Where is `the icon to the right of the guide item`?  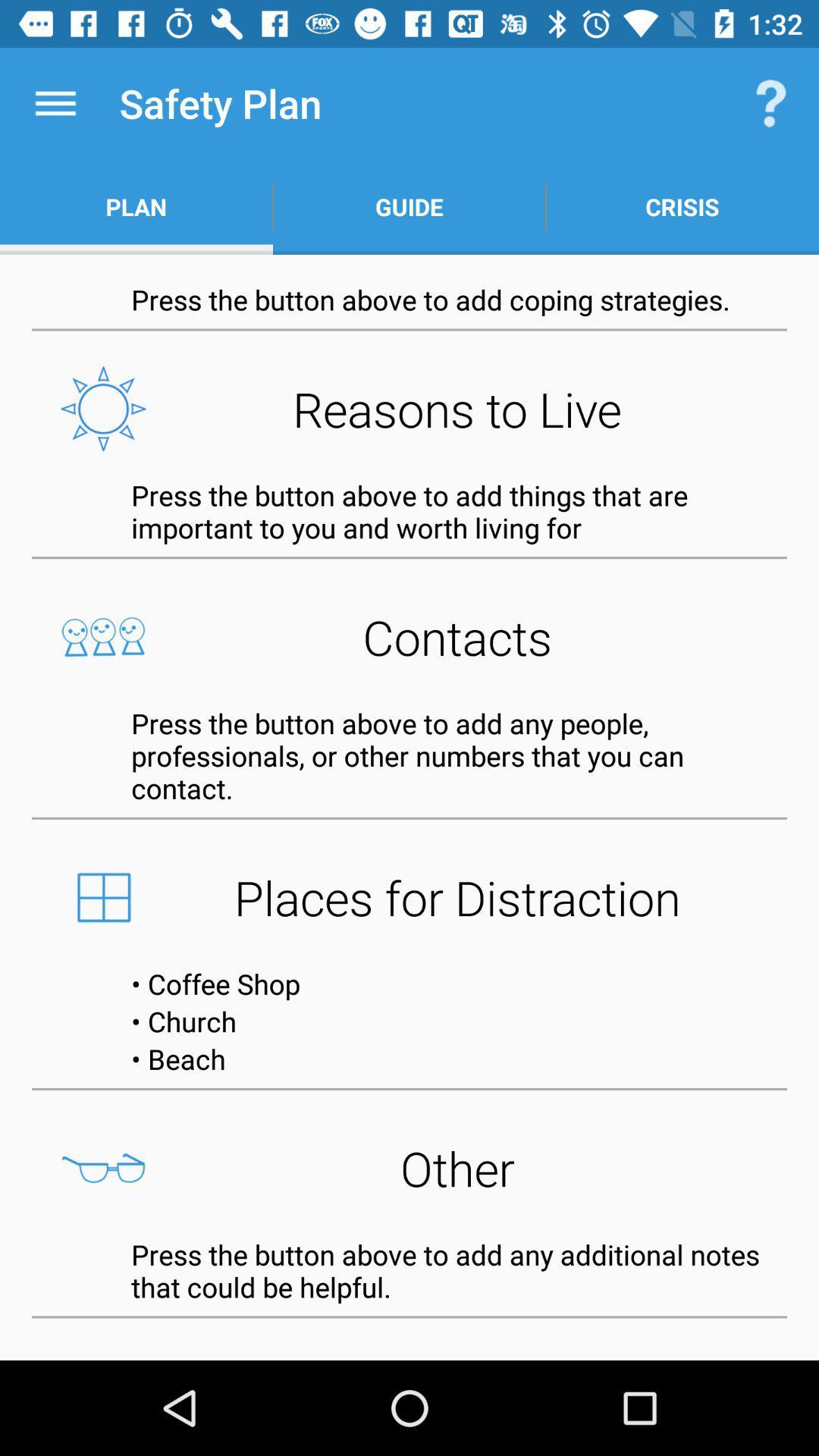
the icon to the right of the guide item is located at coordinates (771, 102).